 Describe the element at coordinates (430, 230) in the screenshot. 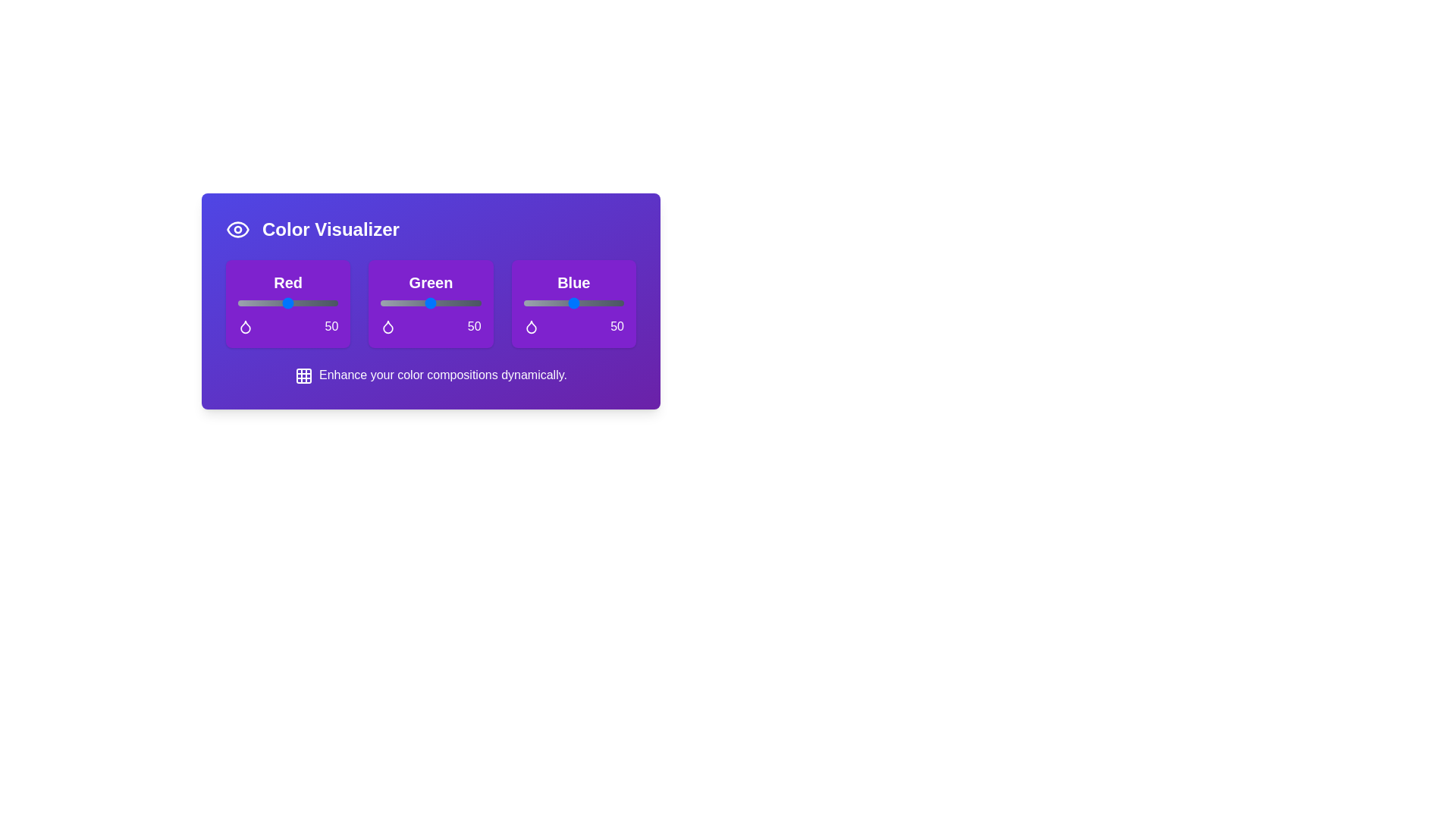

I see `the header text 'Color Visualizer'` at that location.